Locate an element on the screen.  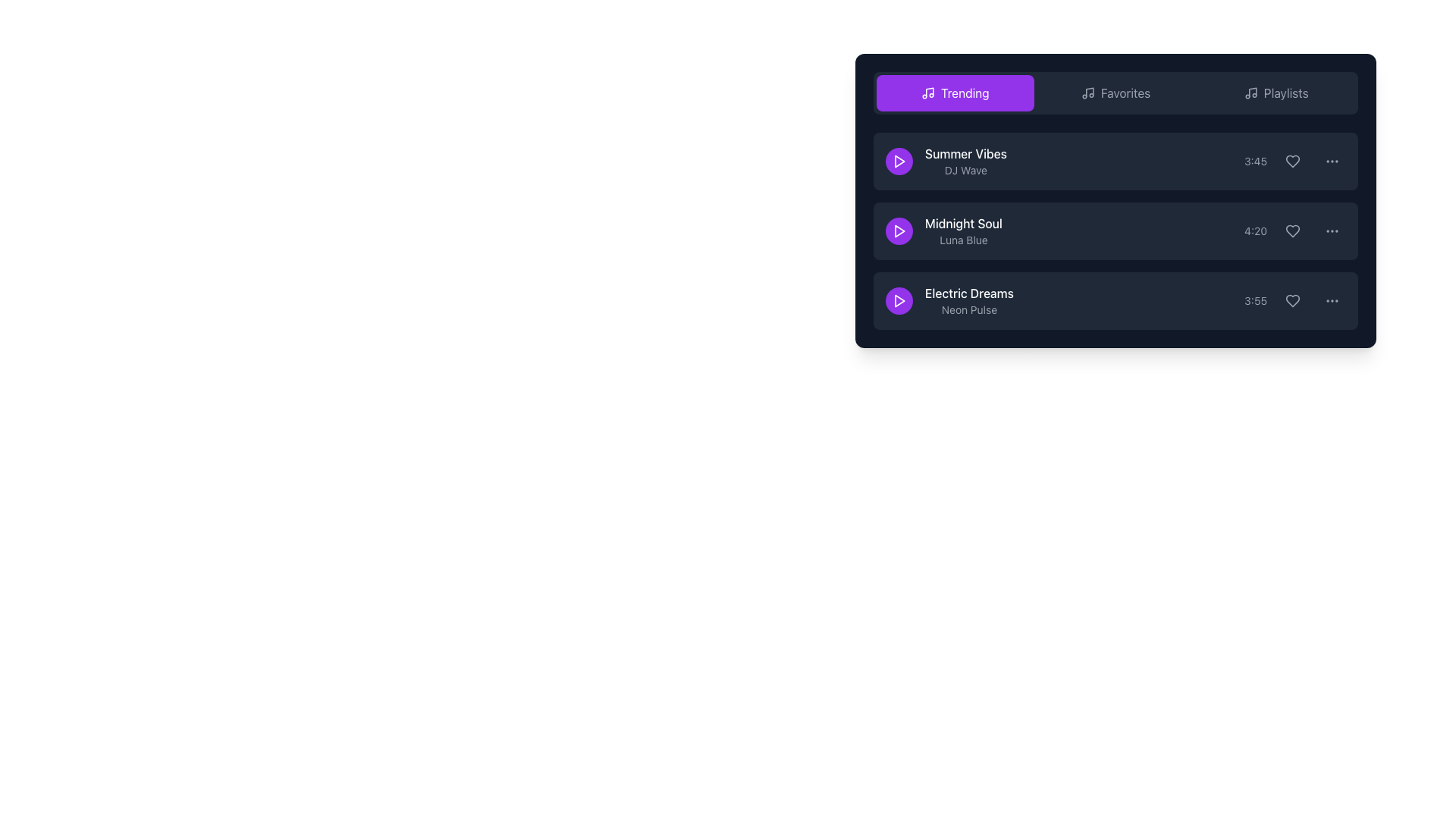
the text label displaying the title and artist of a song in the 'Trending' section to interact with the song is located at coordinates (965, 161).